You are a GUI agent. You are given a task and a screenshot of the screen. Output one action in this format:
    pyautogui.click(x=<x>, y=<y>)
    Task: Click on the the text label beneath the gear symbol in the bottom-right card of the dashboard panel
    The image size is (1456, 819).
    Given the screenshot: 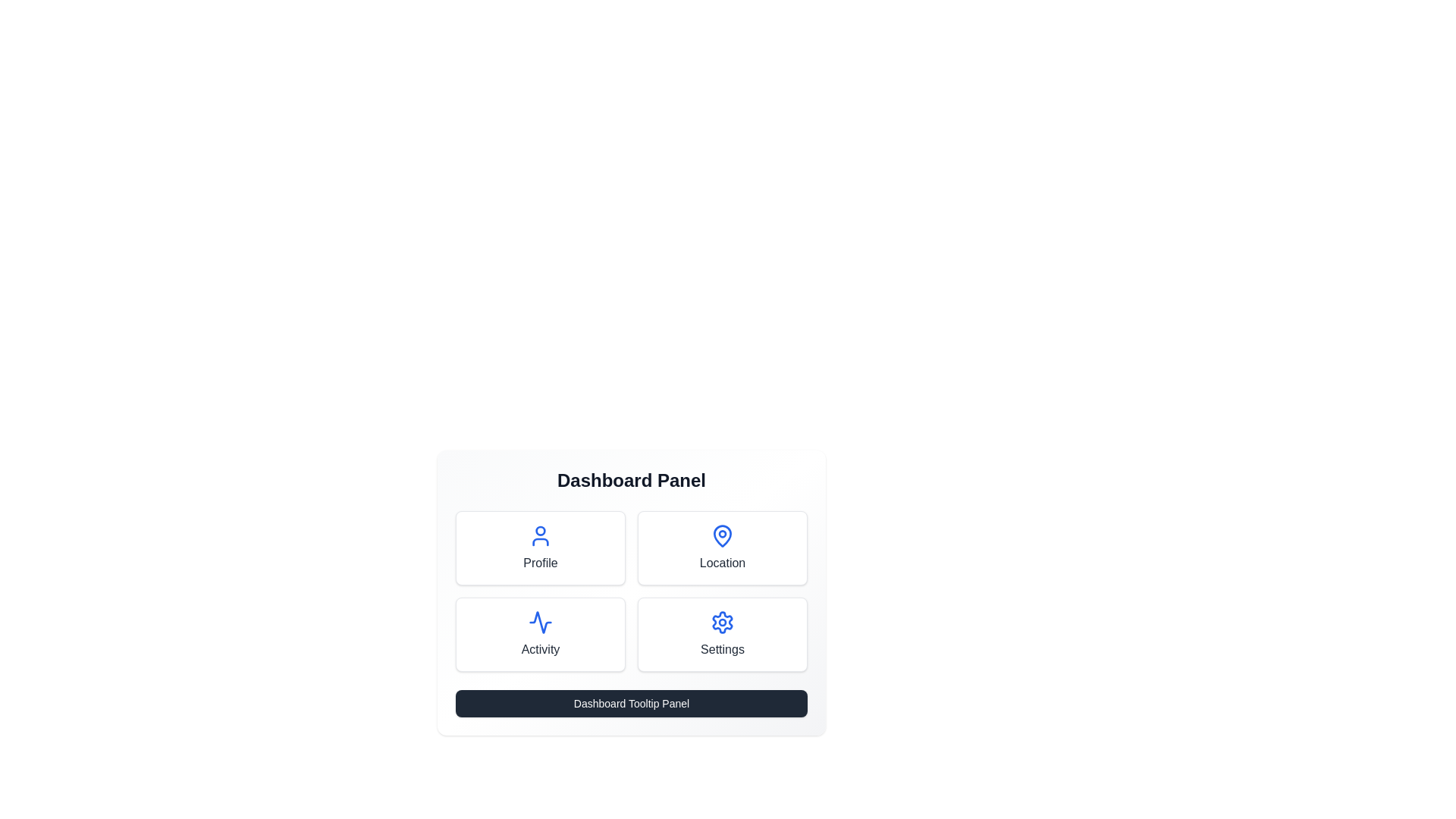 What is the action you would take?
    pyautogui.click(x=722, y=648)
    